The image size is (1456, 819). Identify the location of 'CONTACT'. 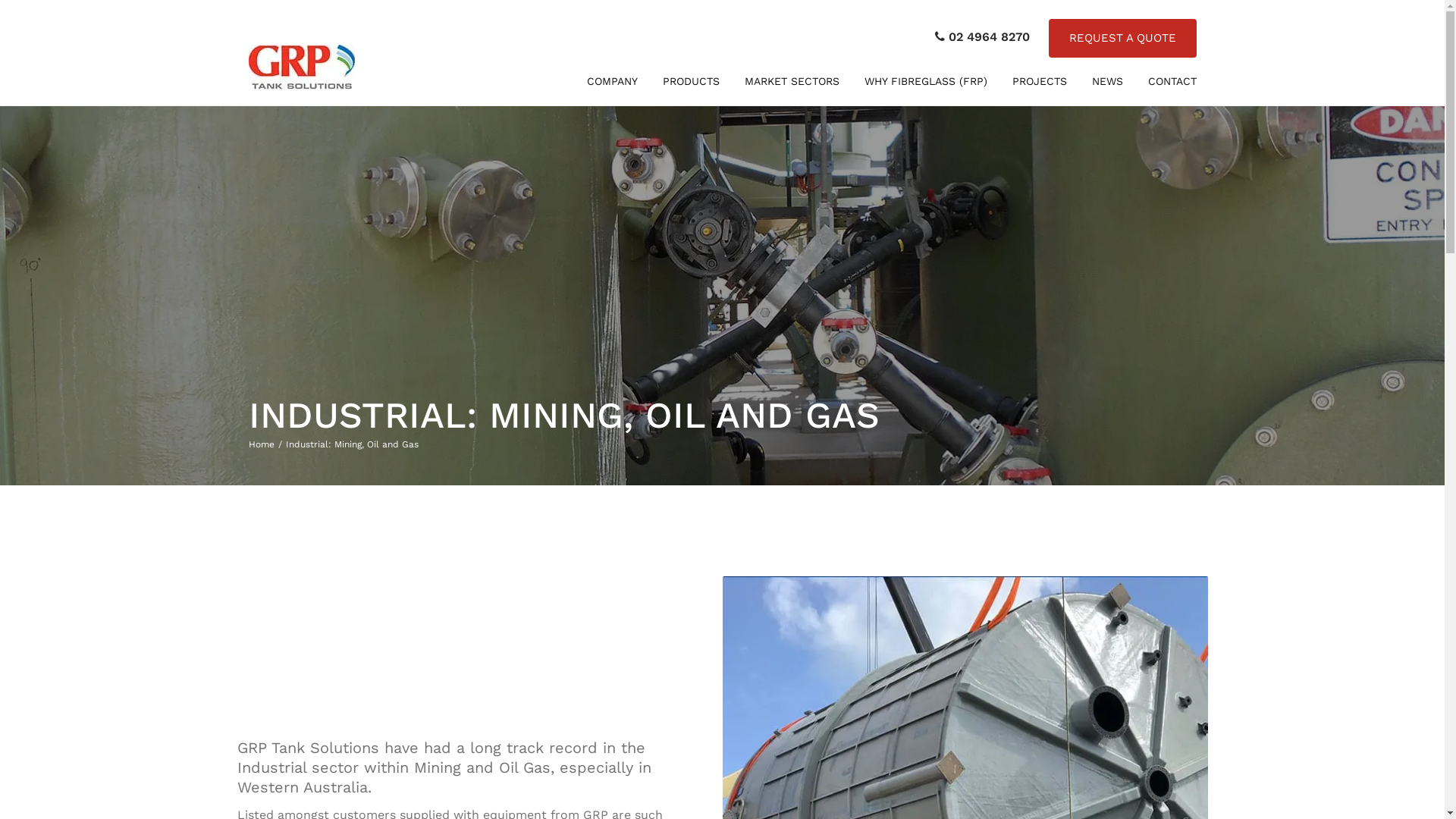
(1171, 81).